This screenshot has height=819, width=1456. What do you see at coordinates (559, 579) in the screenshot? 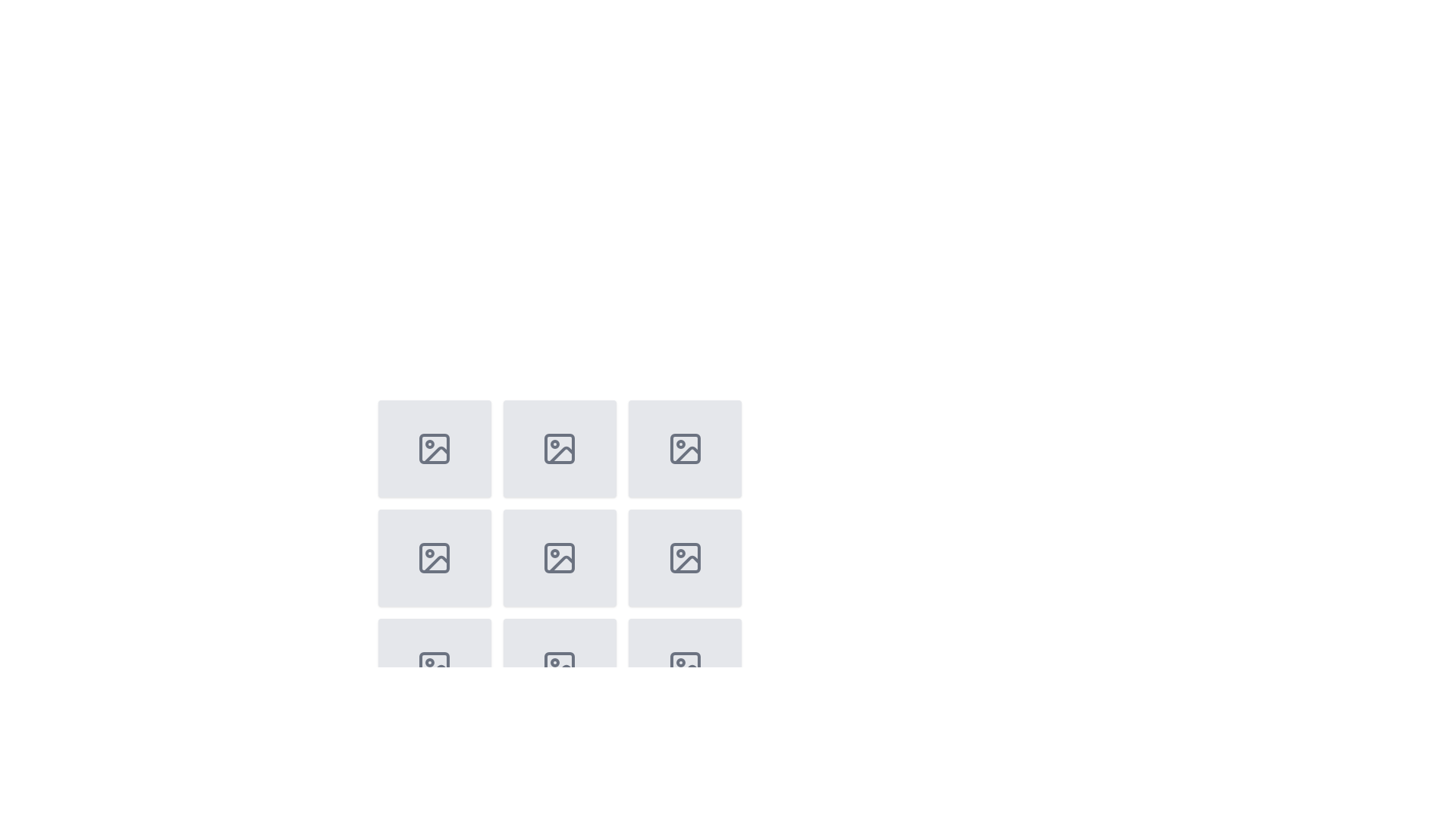
I see `the image placeholder component, which is the fifth item in a 3x3 grid layout and positioned in the middle row, center column` at bounding box center [559, 579].